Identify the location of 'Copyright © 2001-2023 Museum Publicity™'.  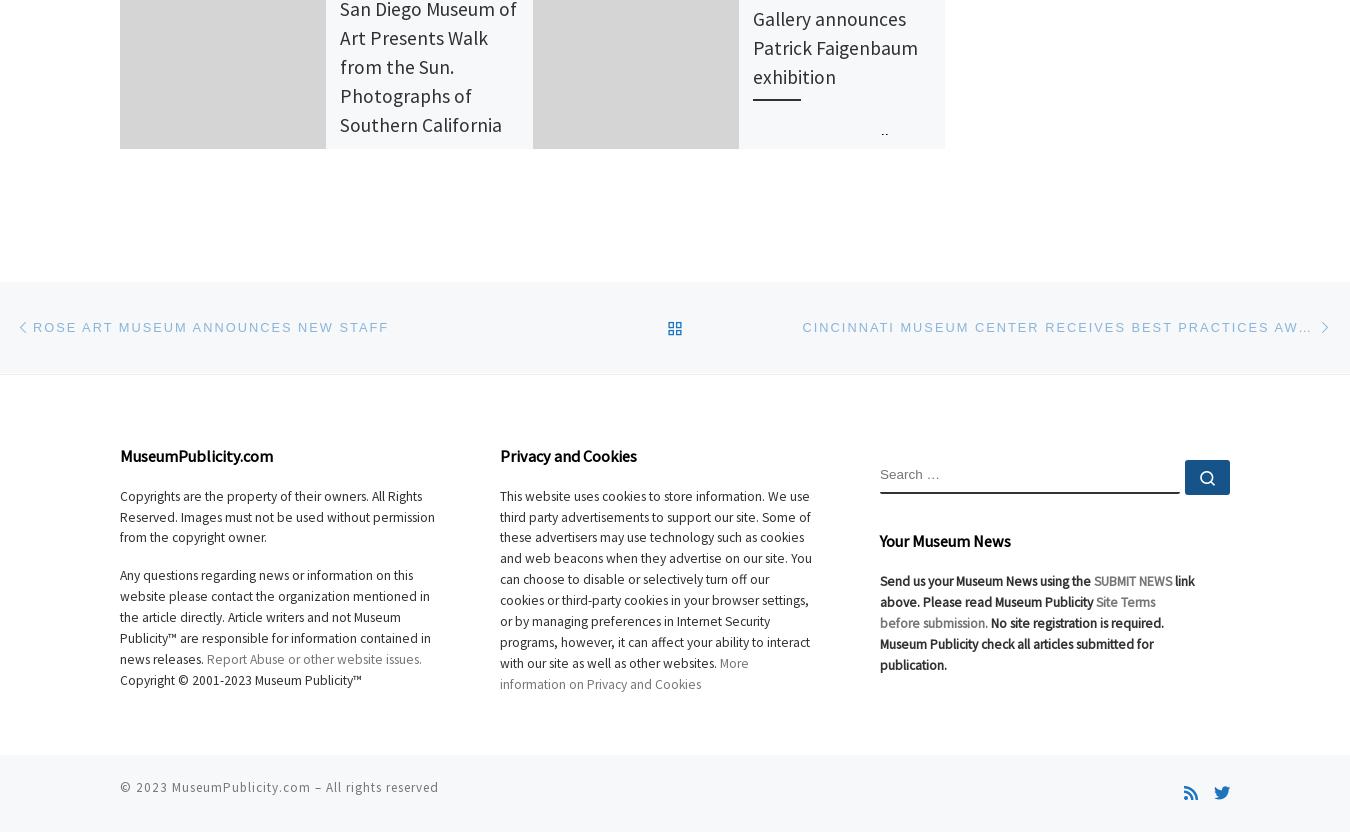
(239, 678).